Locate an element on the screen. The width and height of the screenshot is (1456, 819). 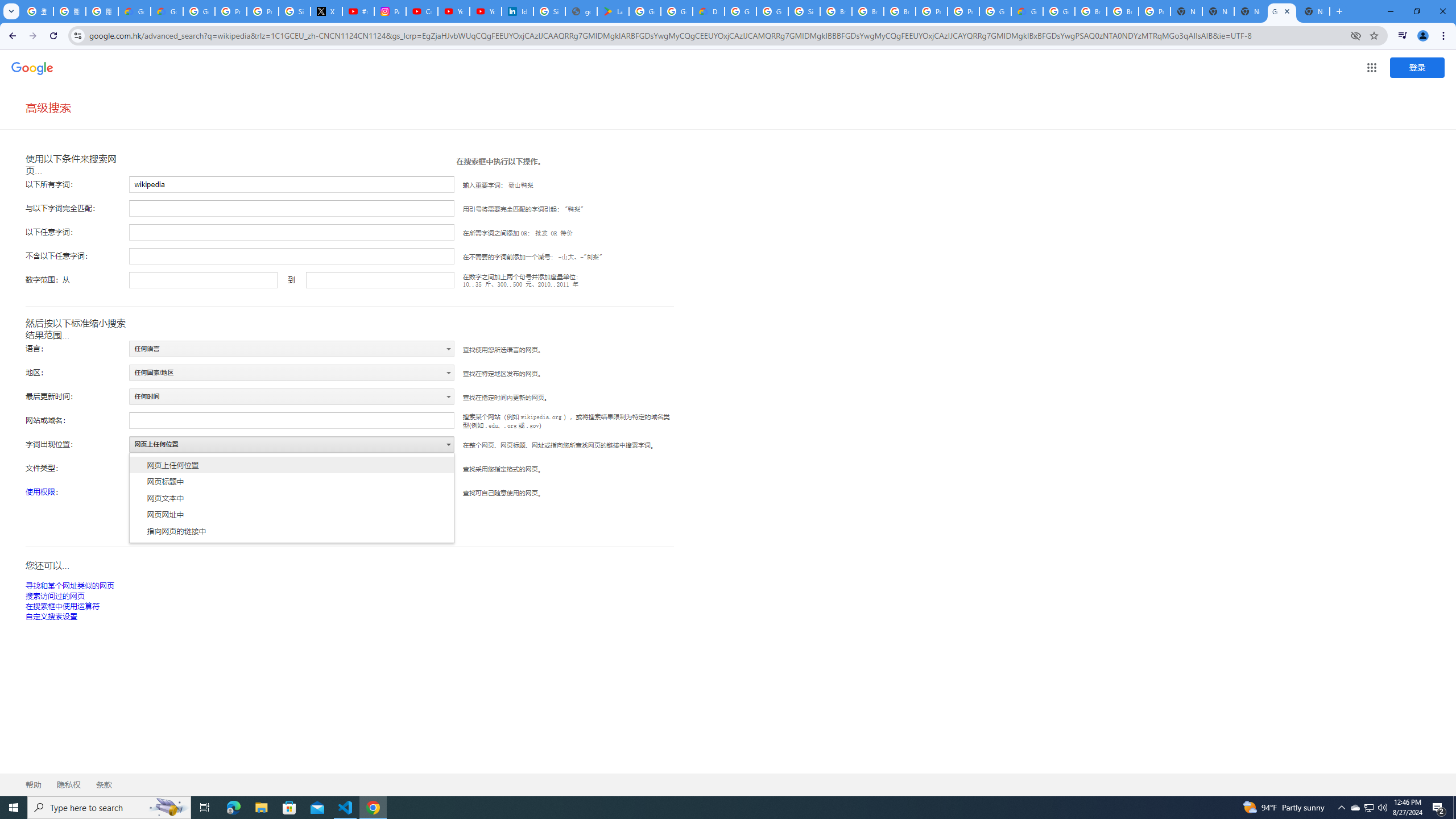
'Google Cloud Privacy Notice' is located at coordinates (167, 11).